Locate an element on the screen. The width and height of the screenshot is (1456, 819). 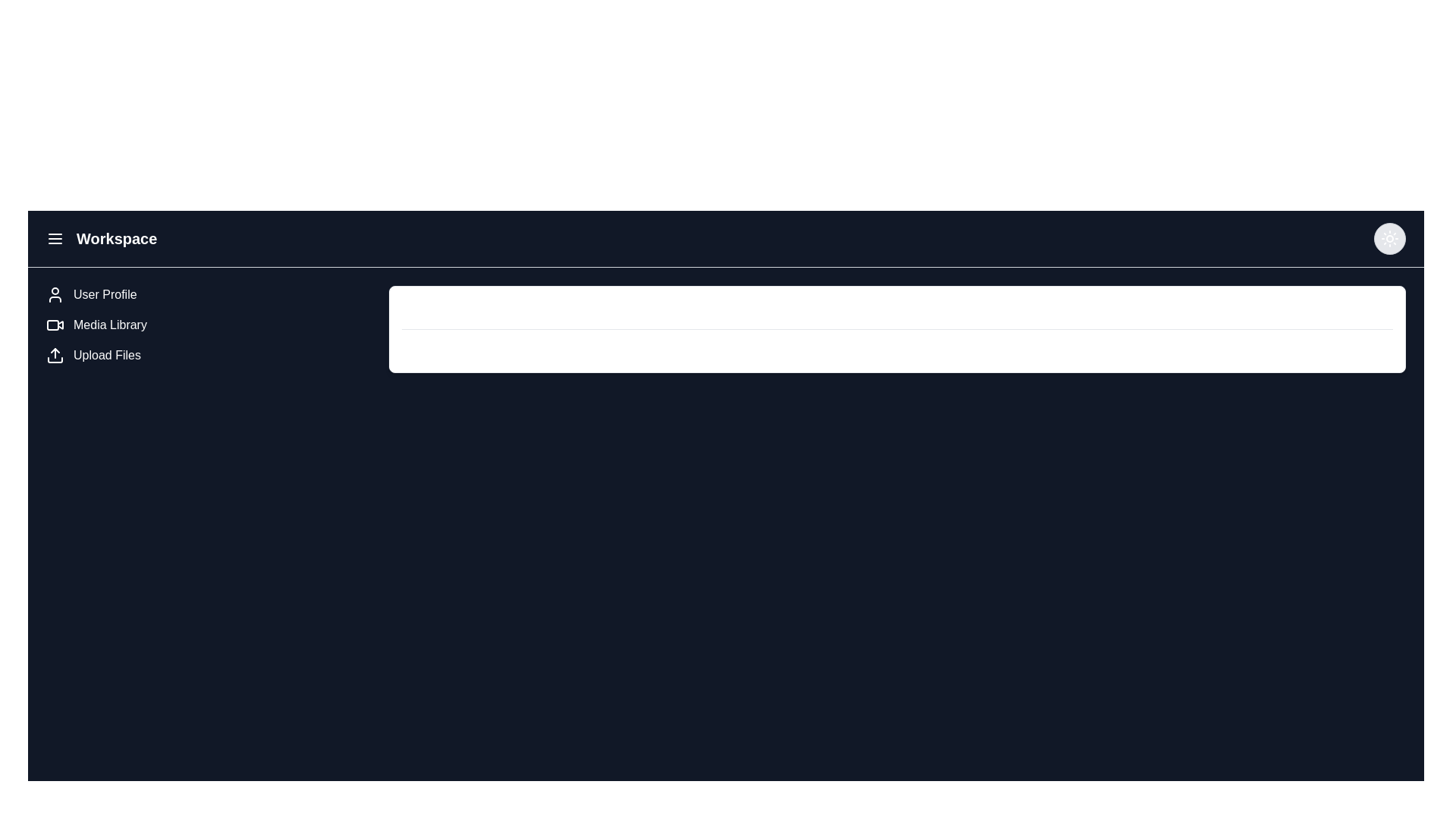
the menu toggle button located at the top-left corner of the page, adjacent to the text 'Workspace' is located at coordinates (55, 239).